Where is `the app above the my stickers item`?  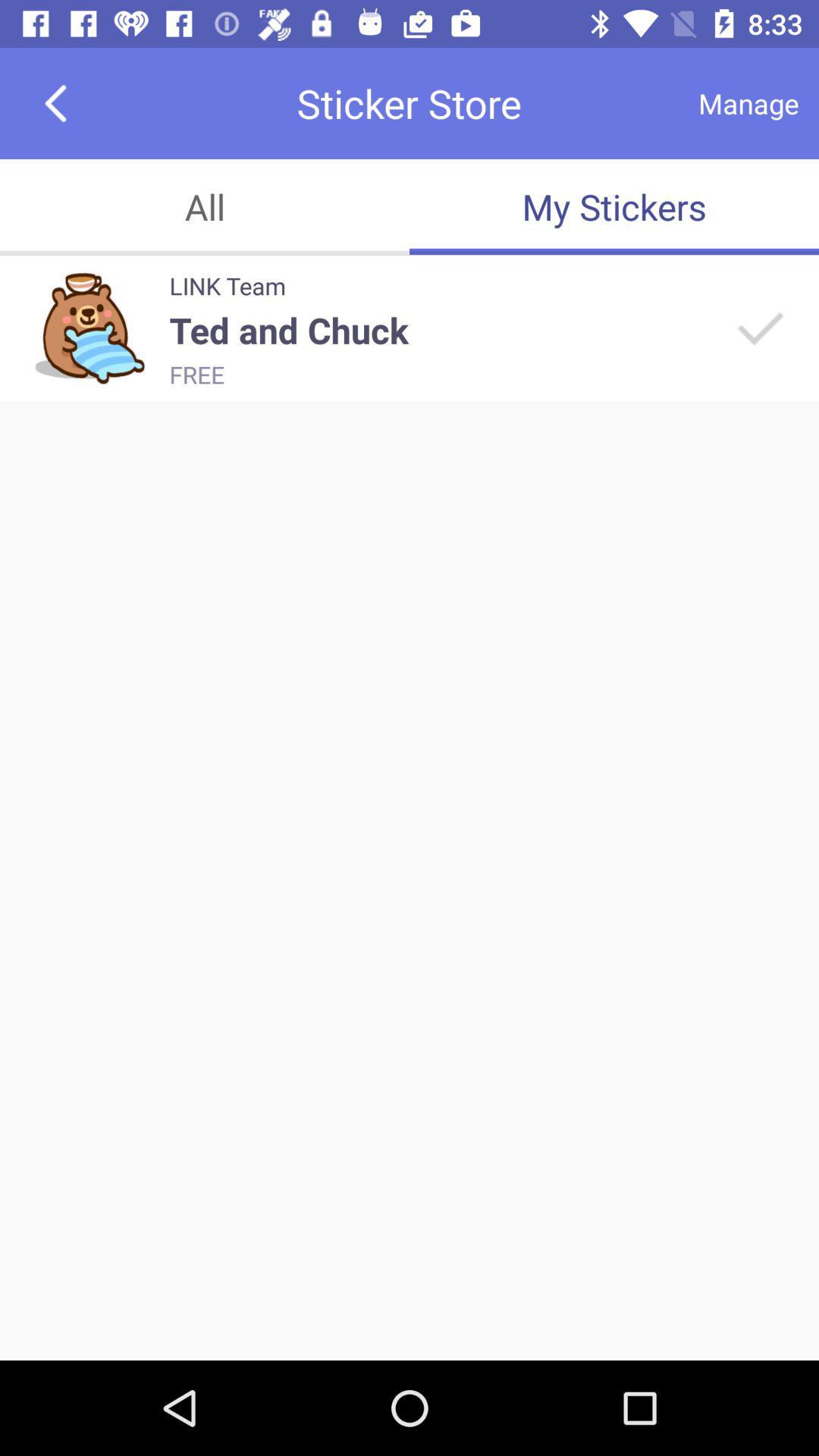 the app above the my stickers item is located at coordinates (748, 102).